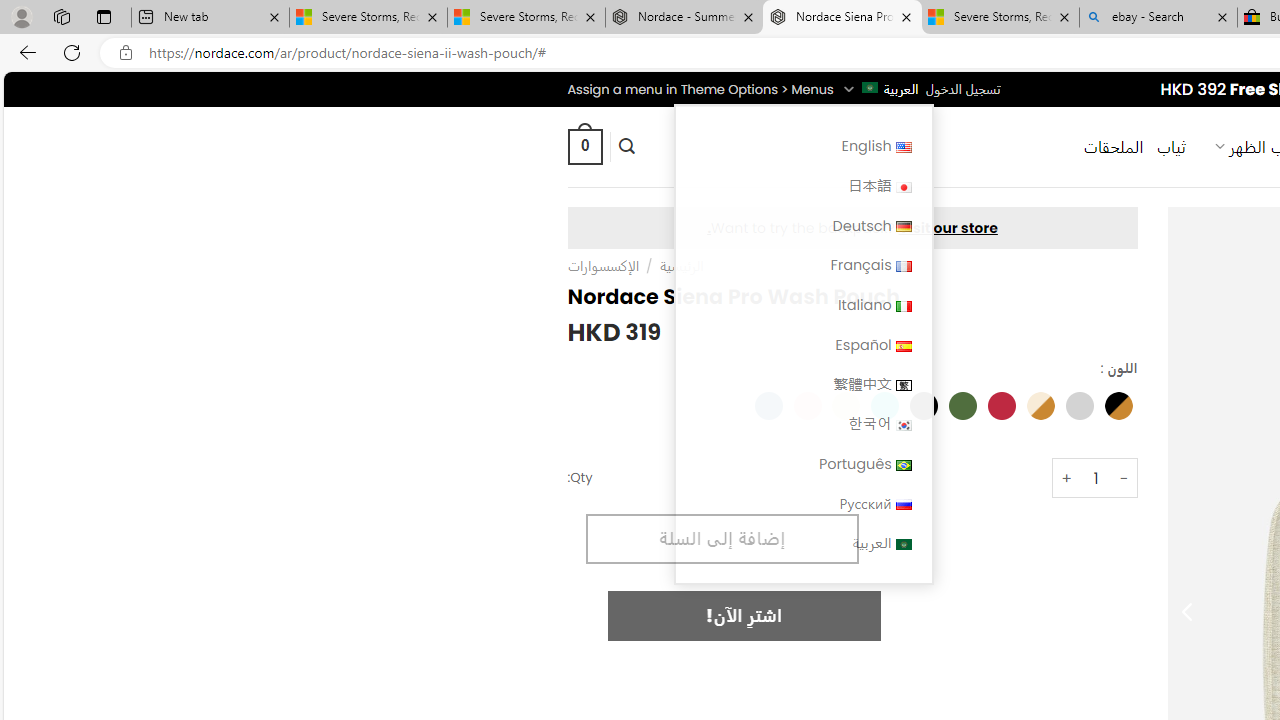  I want to click on ' 0 ', so click(583, 145).